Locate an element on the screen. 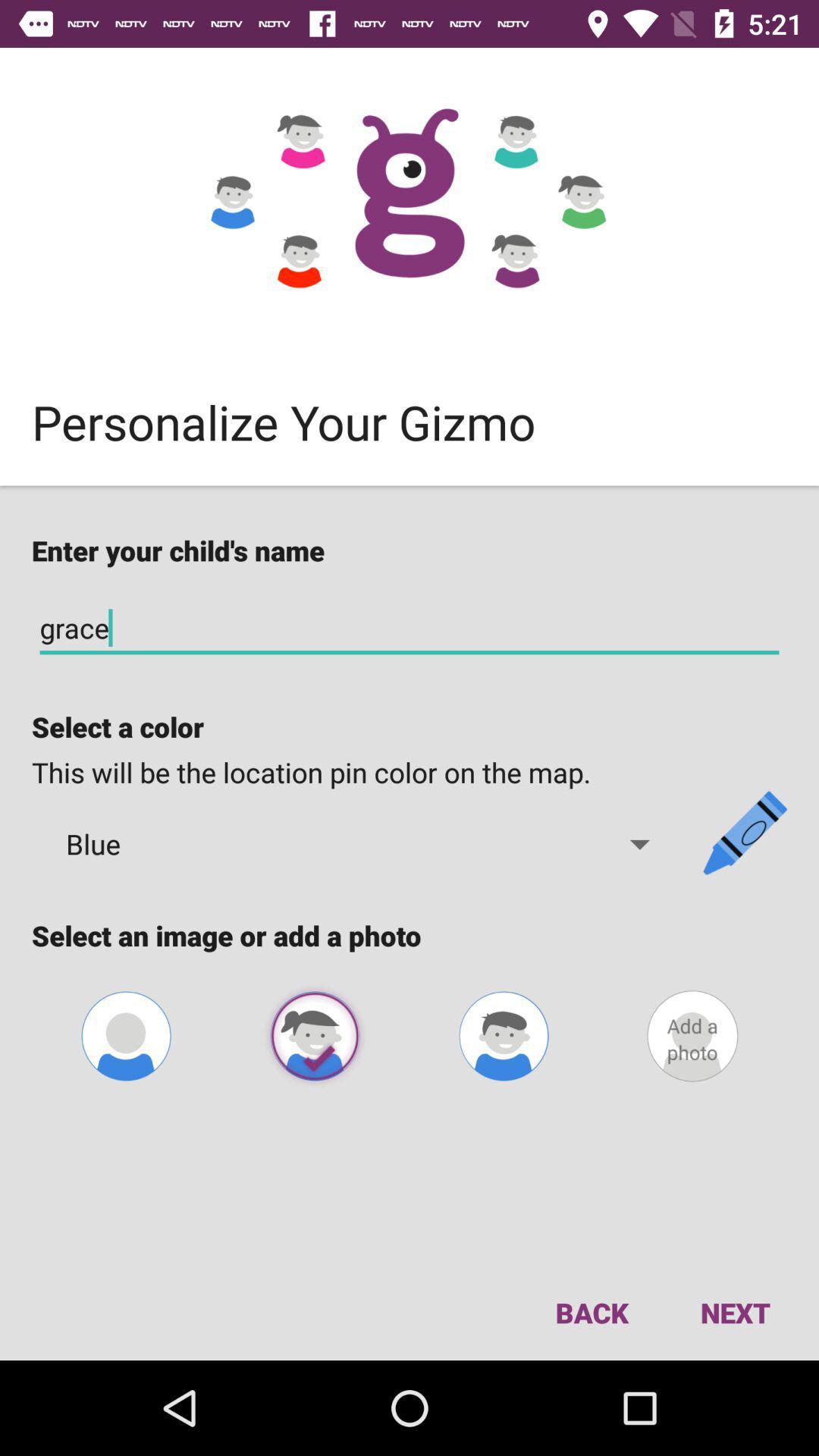 This screenshot has height=1456, width=819. conf is located at coordinates (125, 1035).